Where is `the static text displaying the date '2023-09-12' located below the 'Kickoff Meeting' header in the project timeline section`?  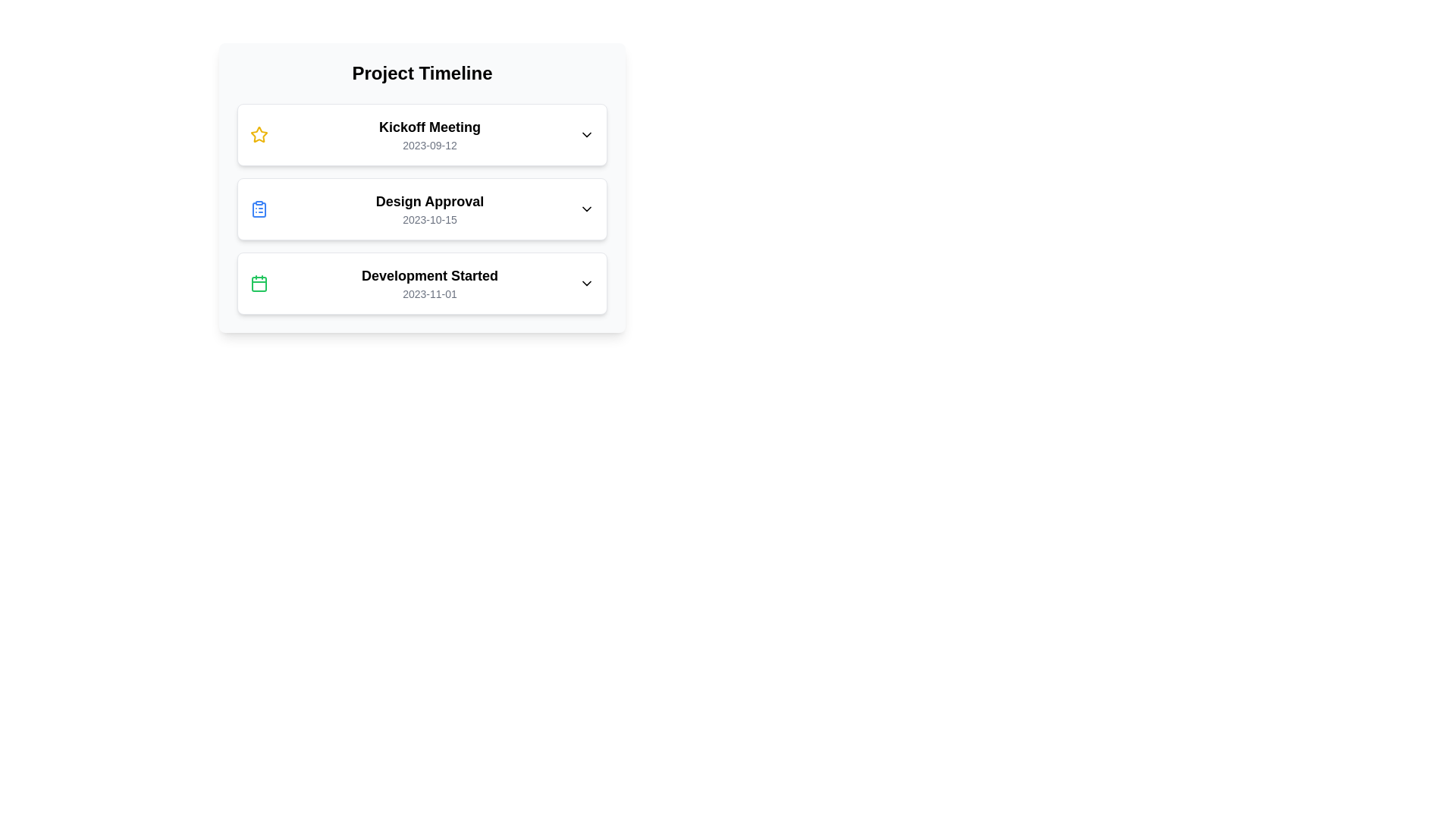
the static text displaying the date '2023-09-12' located below the 'Kickoff Meeting' header in the project timeline section is located at coordinates (428, 146).